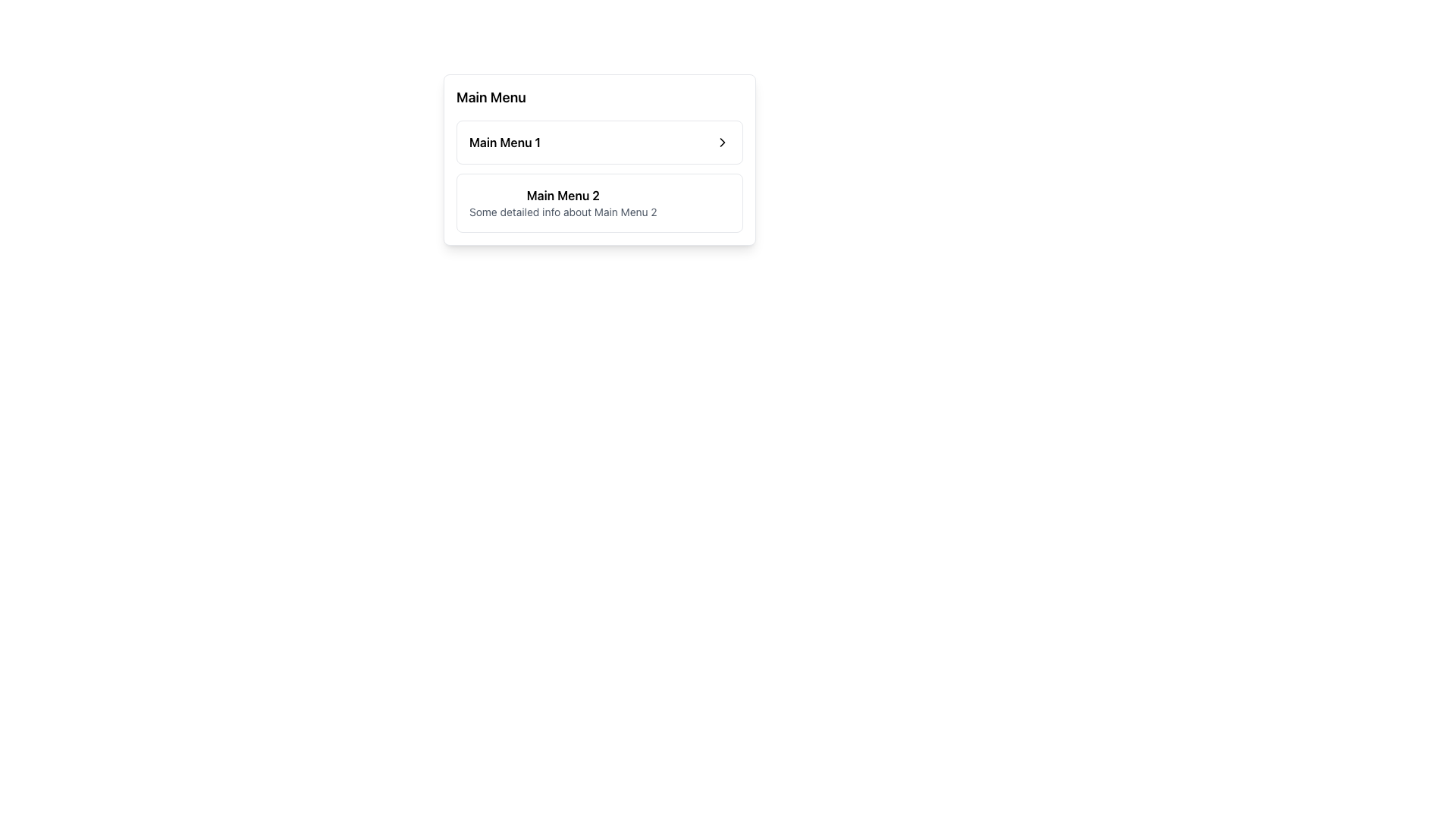  What do you see at coordinates (562, 195) in the screenshot?
I see `the text label that serves as the title for the second menu item under 'Main Menu', helping users identify the associated functionality` at bounding box center [562, 195].